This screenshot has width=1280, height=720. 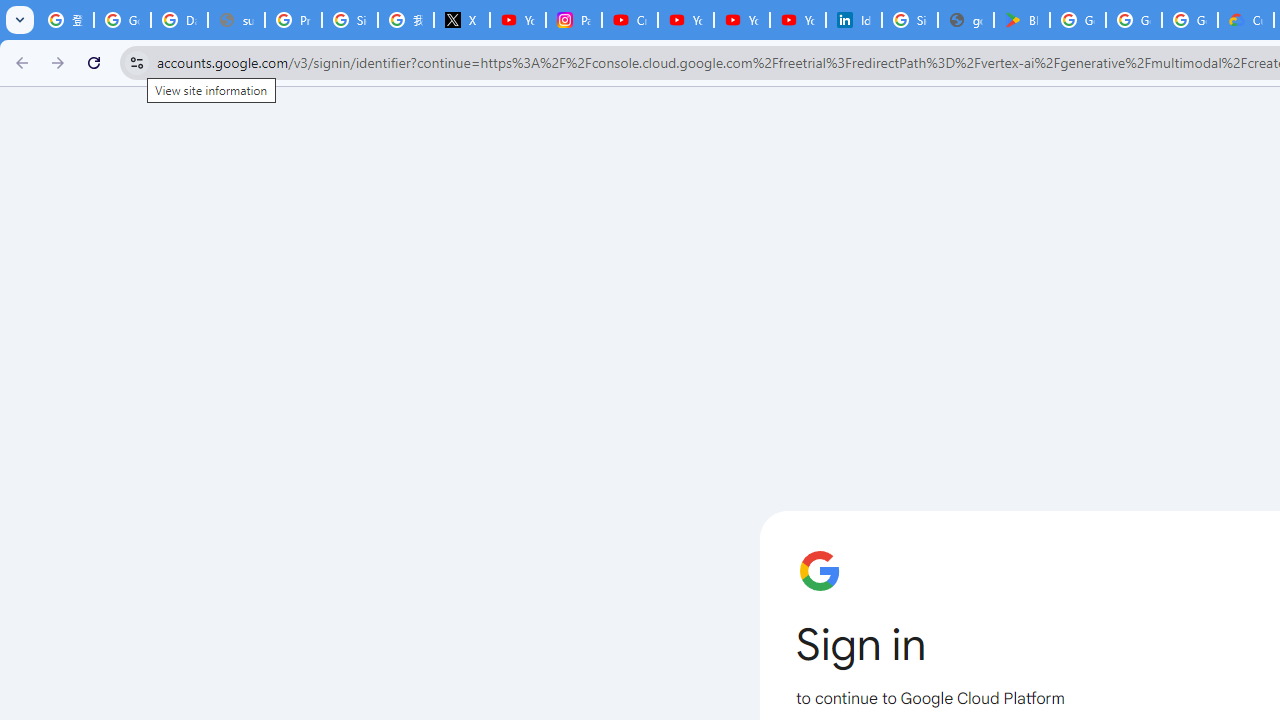 I want to click on 'Google Workspace - Specific Terms', so click(x=1134, y=20).